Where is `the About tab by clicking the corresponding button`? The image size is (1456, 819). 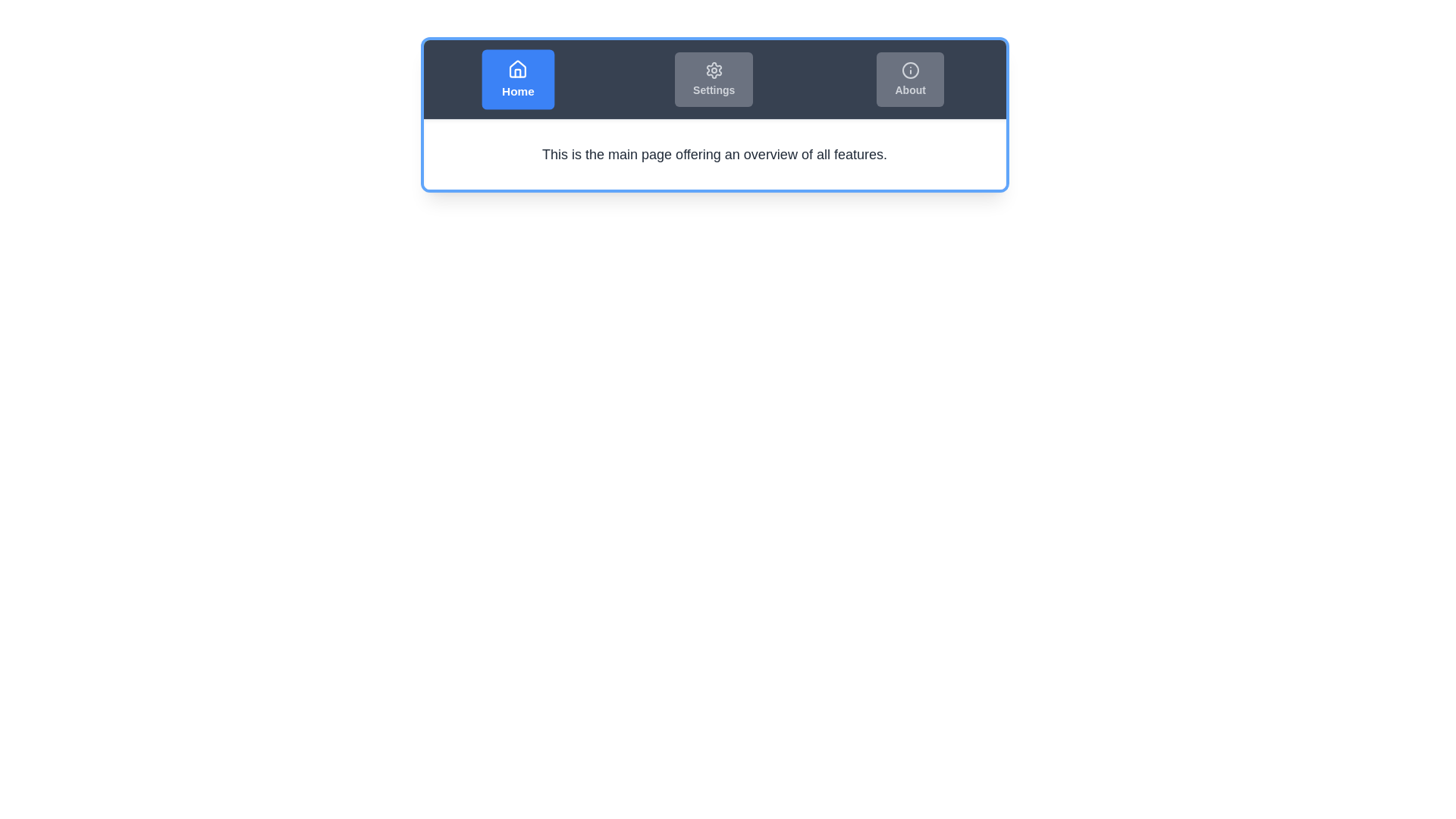 the About tab by clicking the corresponding button is located at coordinates (910, 79).